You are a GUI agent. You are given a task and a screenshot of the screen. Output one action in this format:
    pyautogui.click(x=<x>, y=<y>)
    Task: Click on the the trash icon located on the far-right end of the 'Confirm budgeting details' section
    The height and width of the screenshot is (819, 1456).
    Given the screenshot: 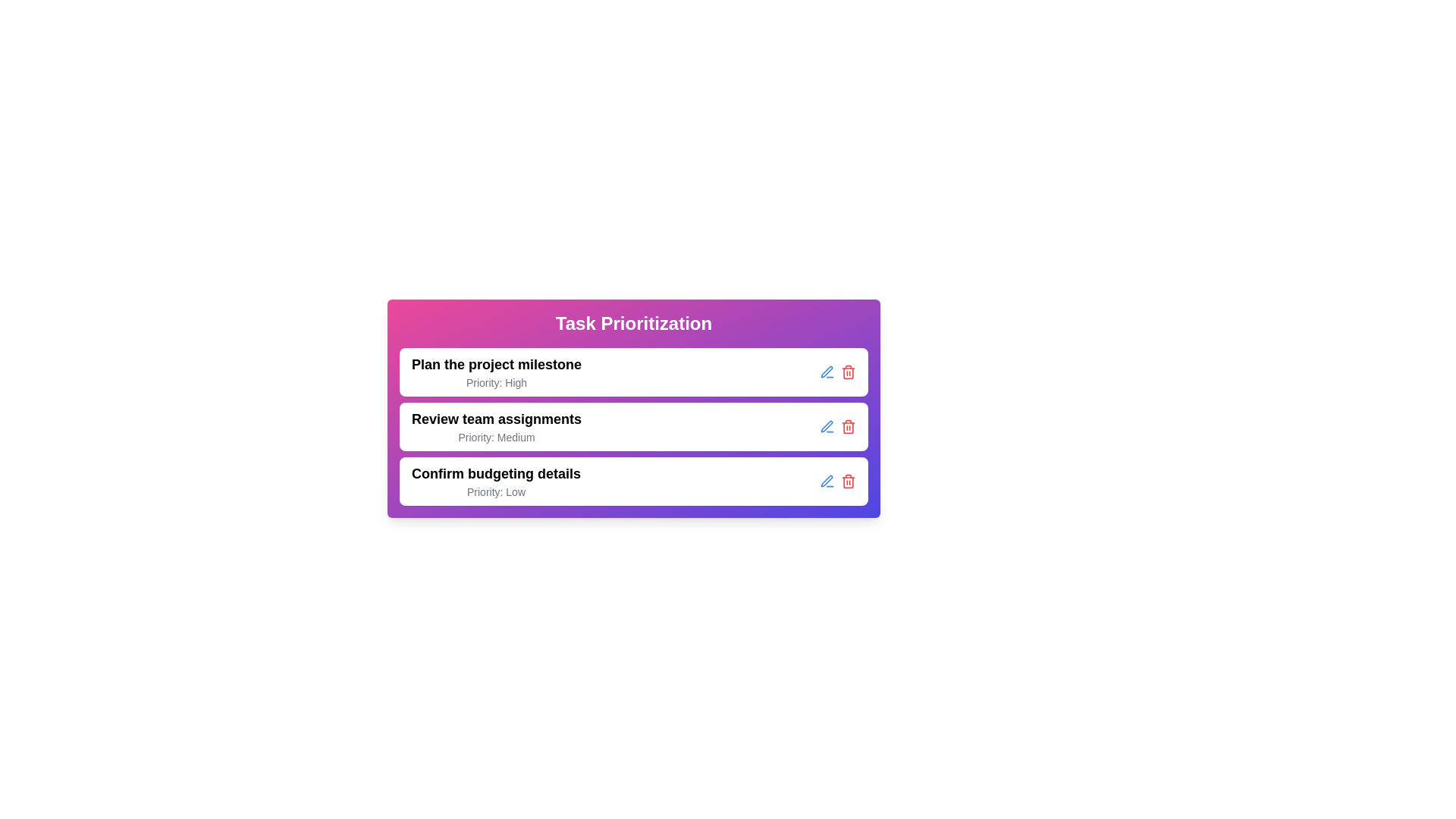 What is the action you would take?
    pyautogui.click(x=836, y=482)
    